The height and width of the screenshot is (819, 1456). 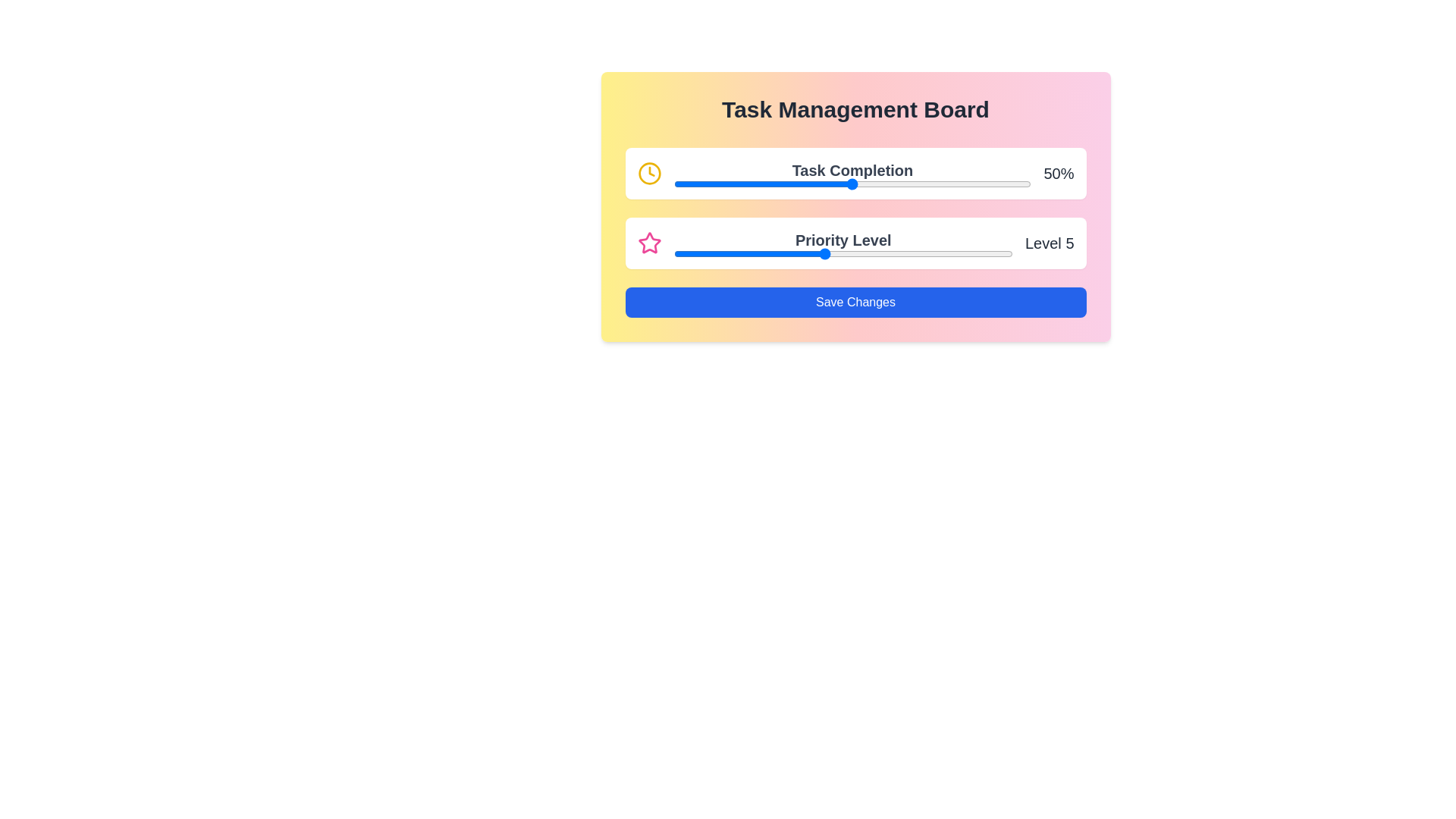 What do you see at coordinates (852, 172) in the screenshot?
I see `the progress bar of the 'Task Completion' element` at bounding box center [852, 172].